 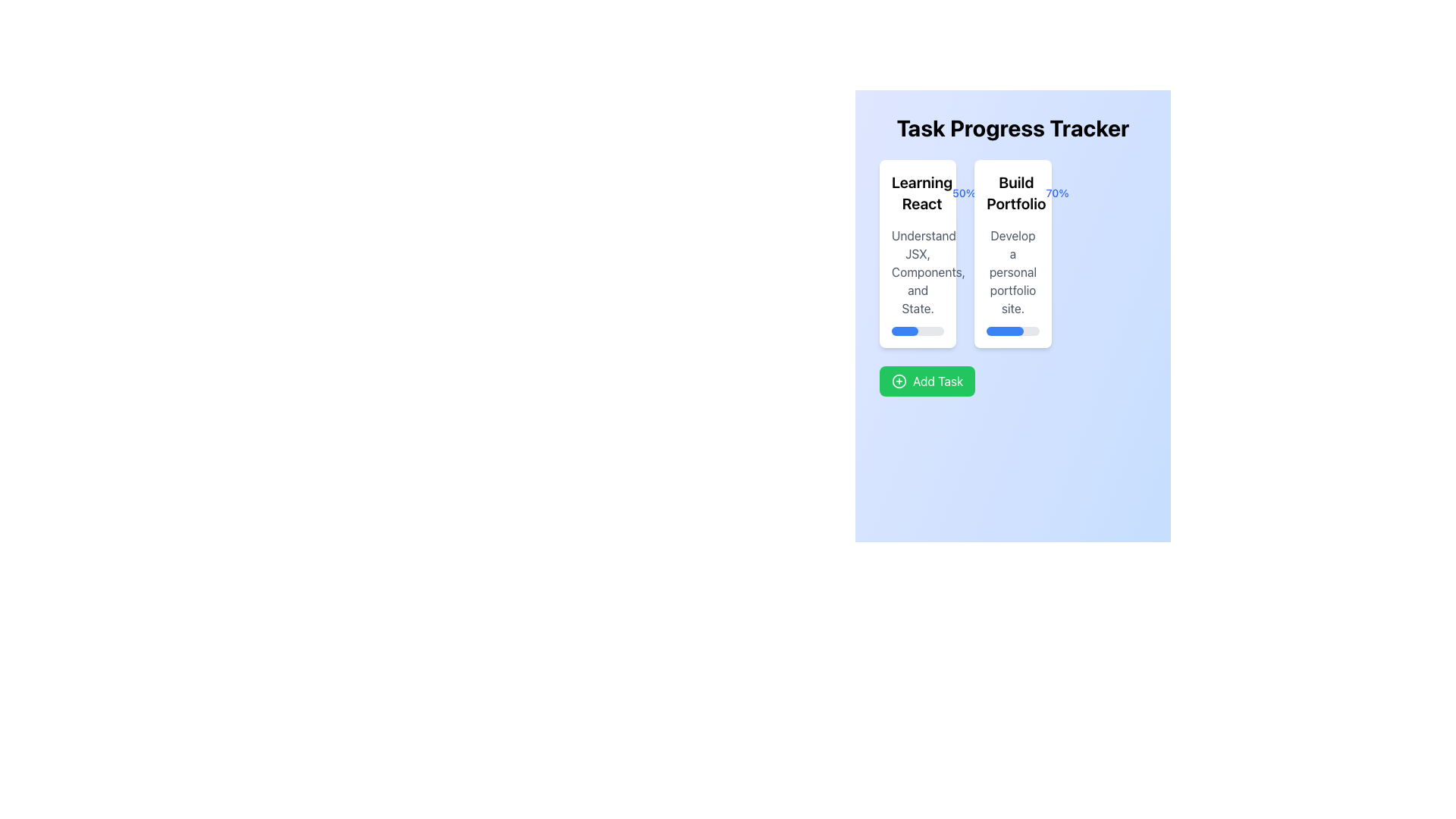 I want to click on the progress indicated by the blue progress bar within the 'Build Portfolio' task card, which visually represents 70% completion, so click(x=1005, y=330).